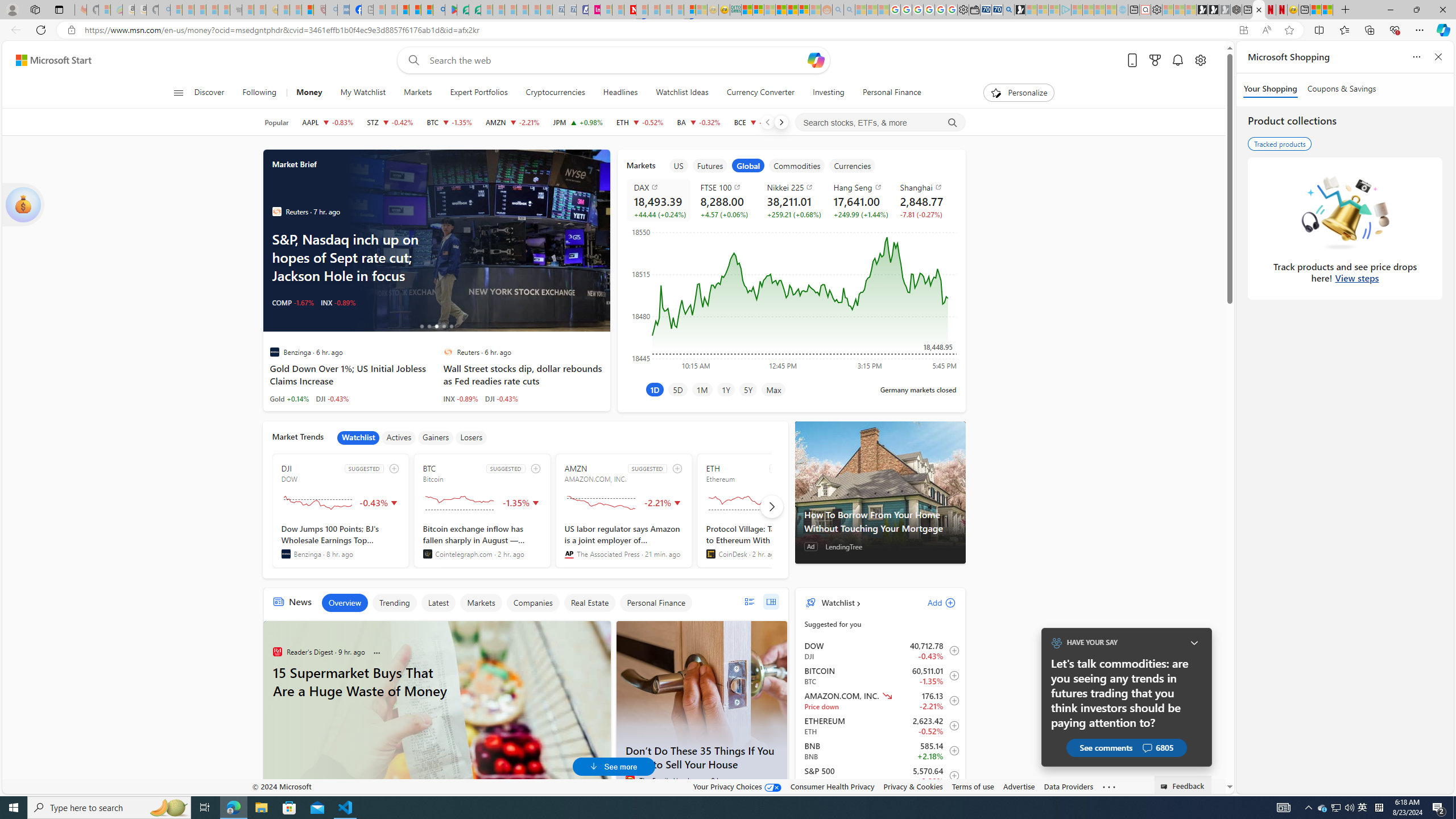 The width and height of the screenshot is (1456, 819). What do you see at coordinates (236, 9) in the screenshot?
I see `'Combat Siege'` at bounding box center [236, 9].